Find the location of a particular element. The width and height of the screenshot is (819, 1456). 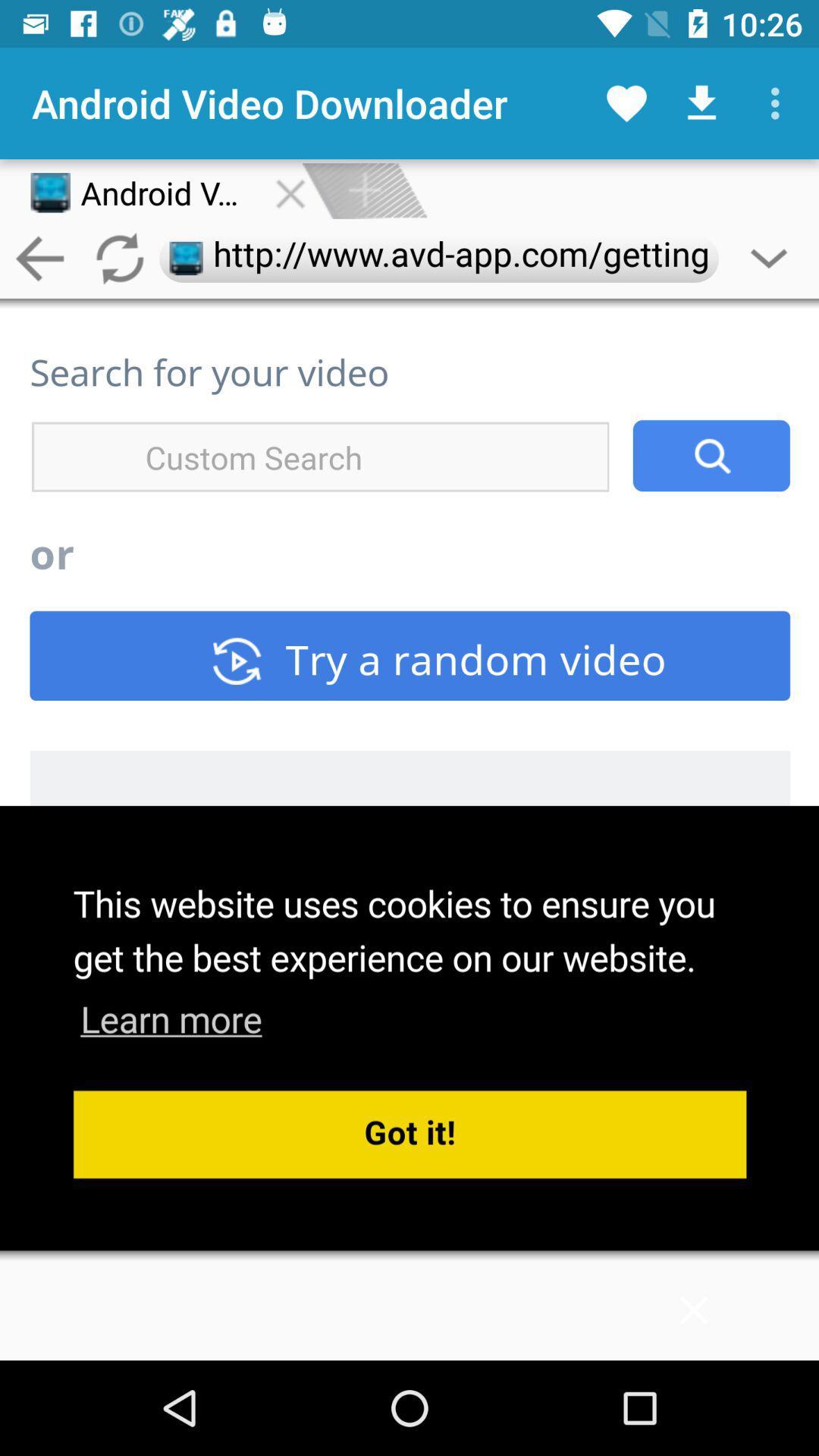

the close icon is located at coordinates (290, 190).